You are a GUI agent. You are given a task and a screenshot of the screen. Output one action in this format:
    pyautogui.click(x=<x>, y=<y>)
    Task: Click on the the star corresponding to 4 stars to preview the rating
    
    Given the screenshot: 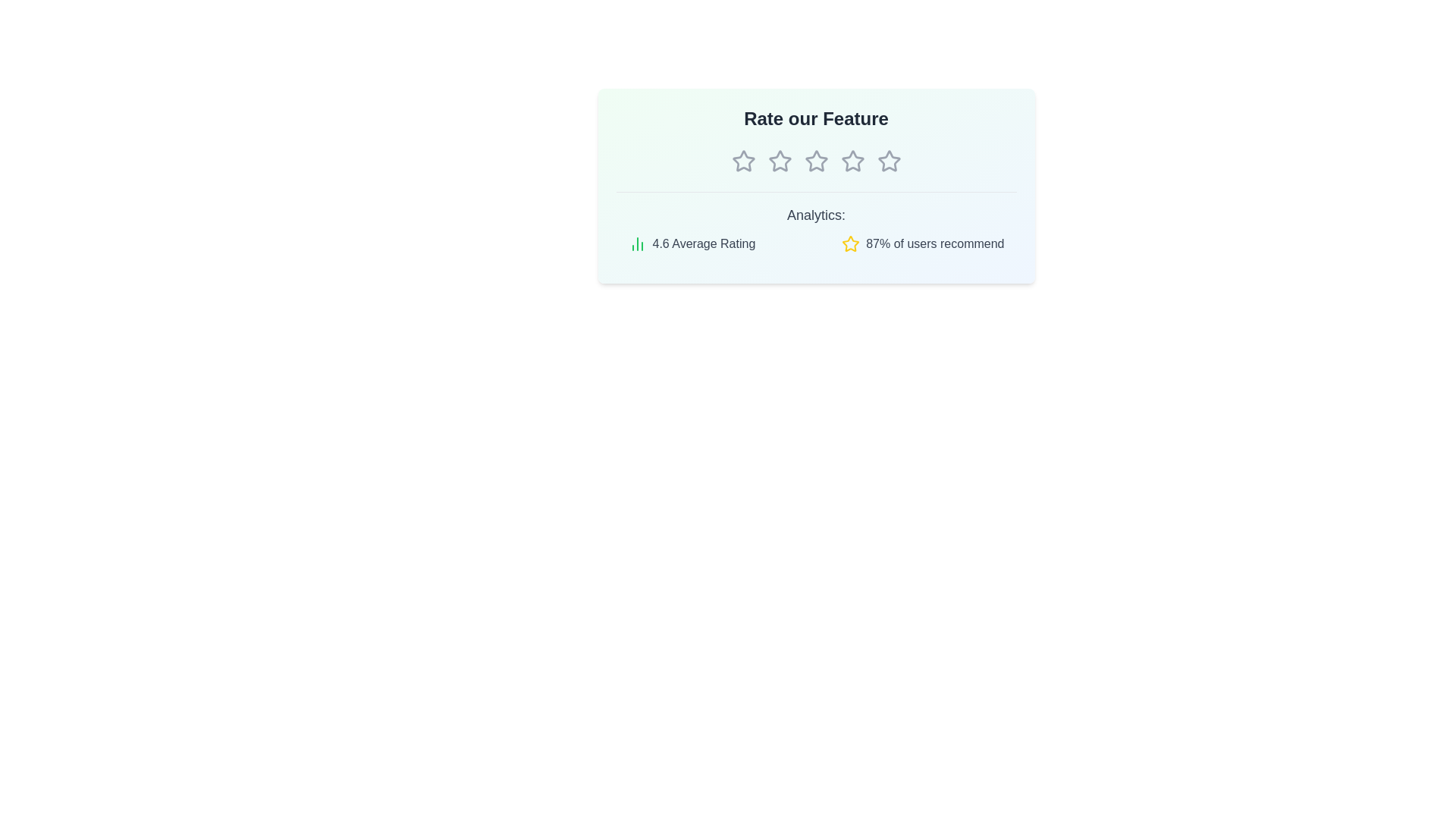 What is the action you would take?
    pyautogui.click(x=852, y=161)
    